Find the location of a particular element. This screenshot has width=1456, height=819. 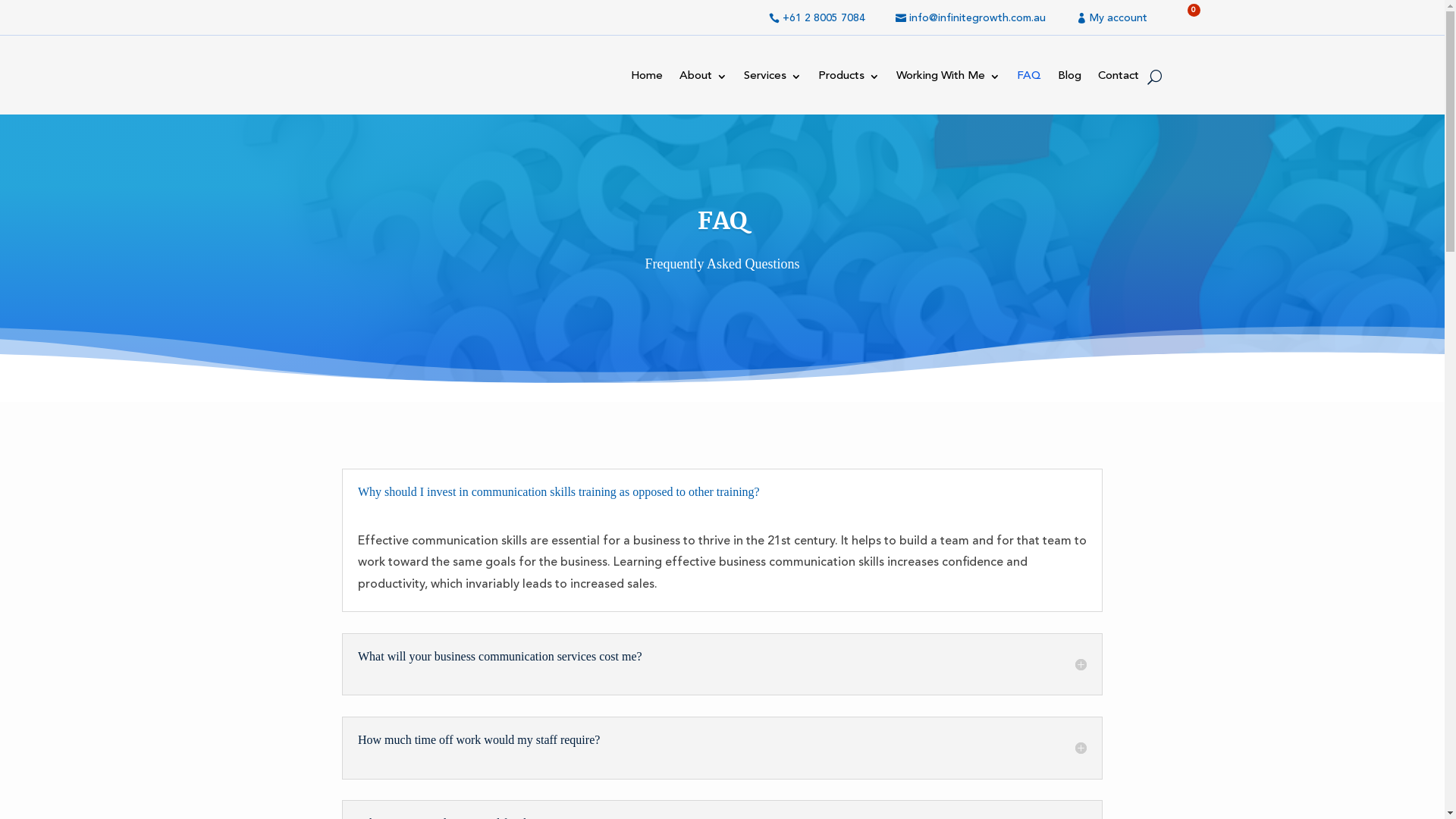

'Blog' is located at coordinates (1068, 79).